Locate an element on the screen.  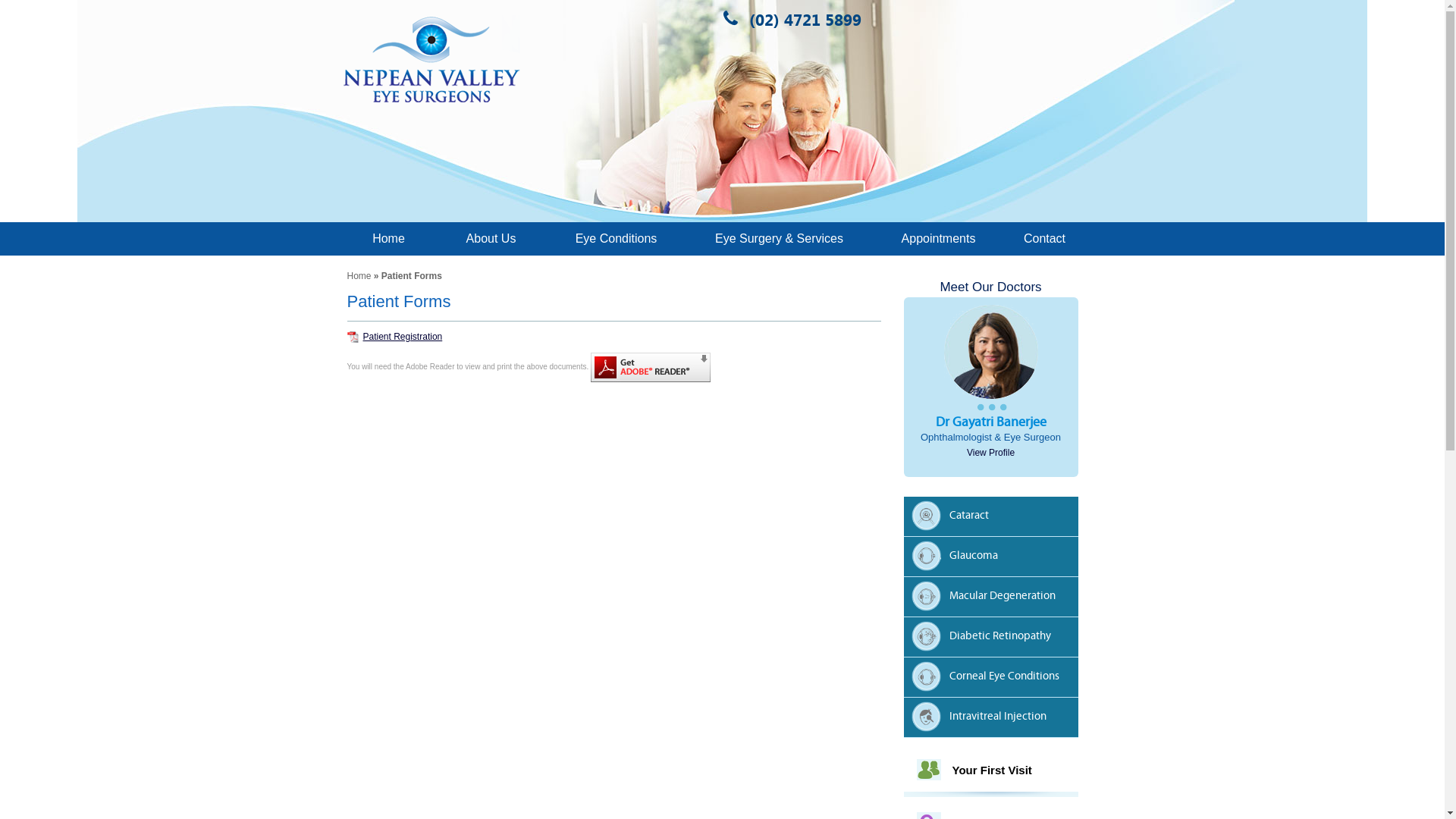
'Glaucoma' is located at coordinates (910, 558).